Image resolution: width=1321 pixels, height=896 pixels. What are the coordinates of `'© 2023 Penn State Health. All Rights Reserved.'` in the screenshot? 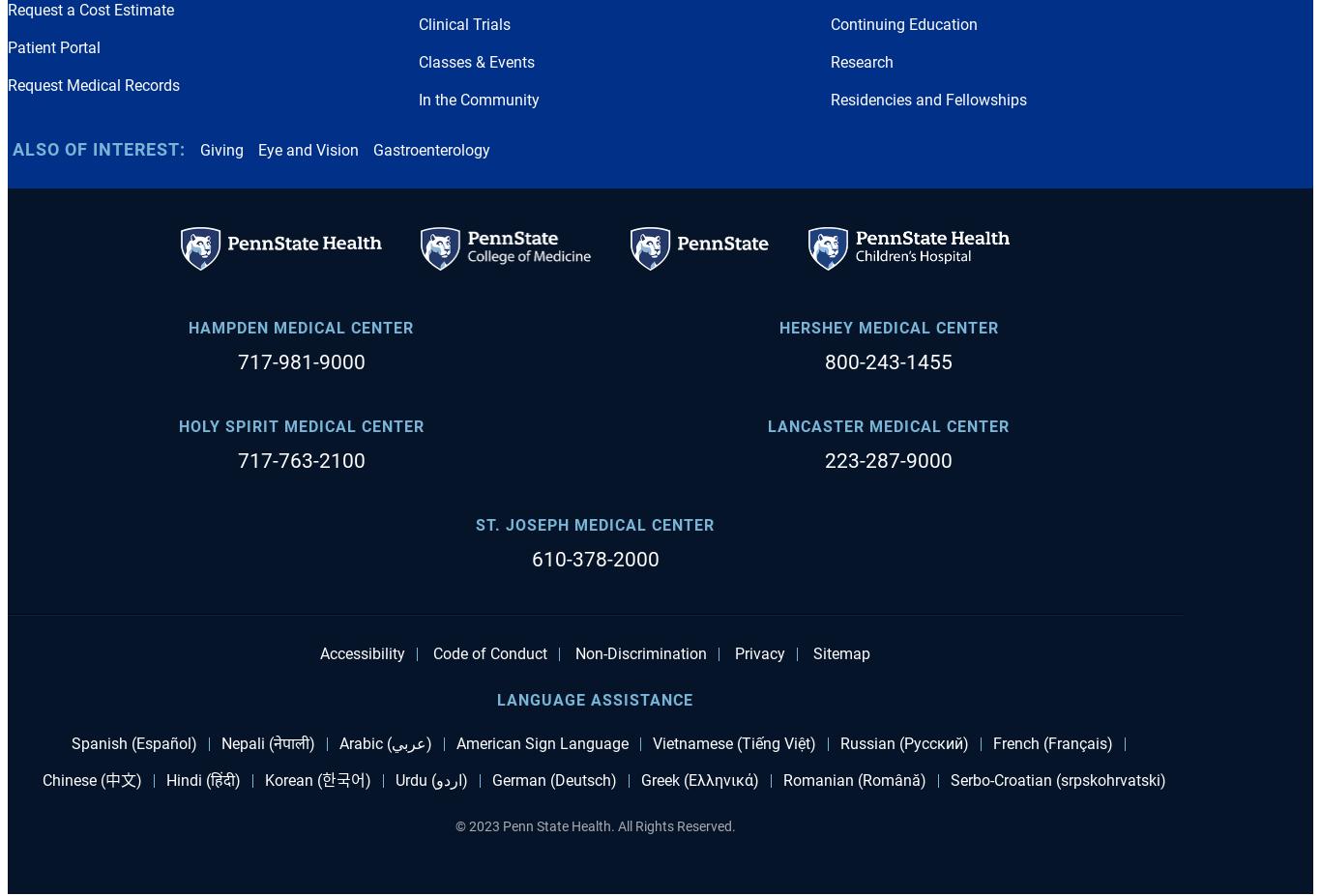 It's located at (593, 825).